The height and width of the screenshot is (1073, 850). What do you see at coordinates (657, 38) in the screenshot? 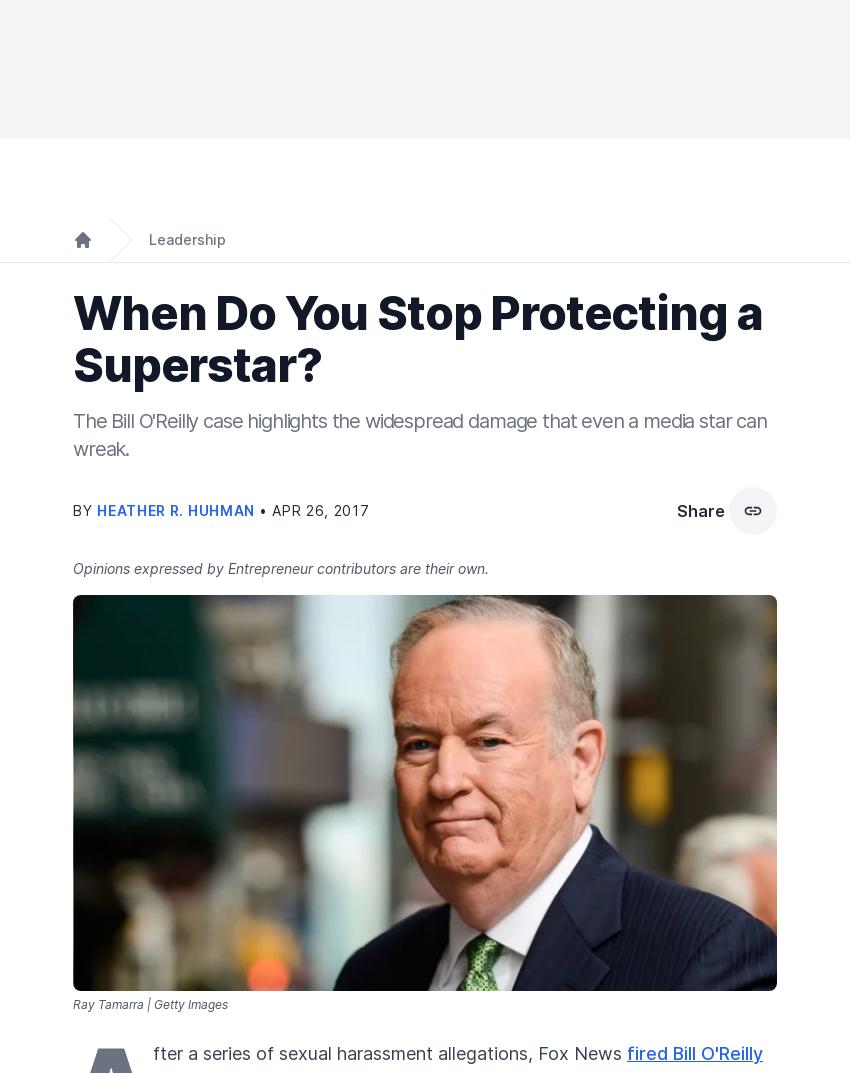
I see `'Subscribe'` at bounding box center [657, 38].